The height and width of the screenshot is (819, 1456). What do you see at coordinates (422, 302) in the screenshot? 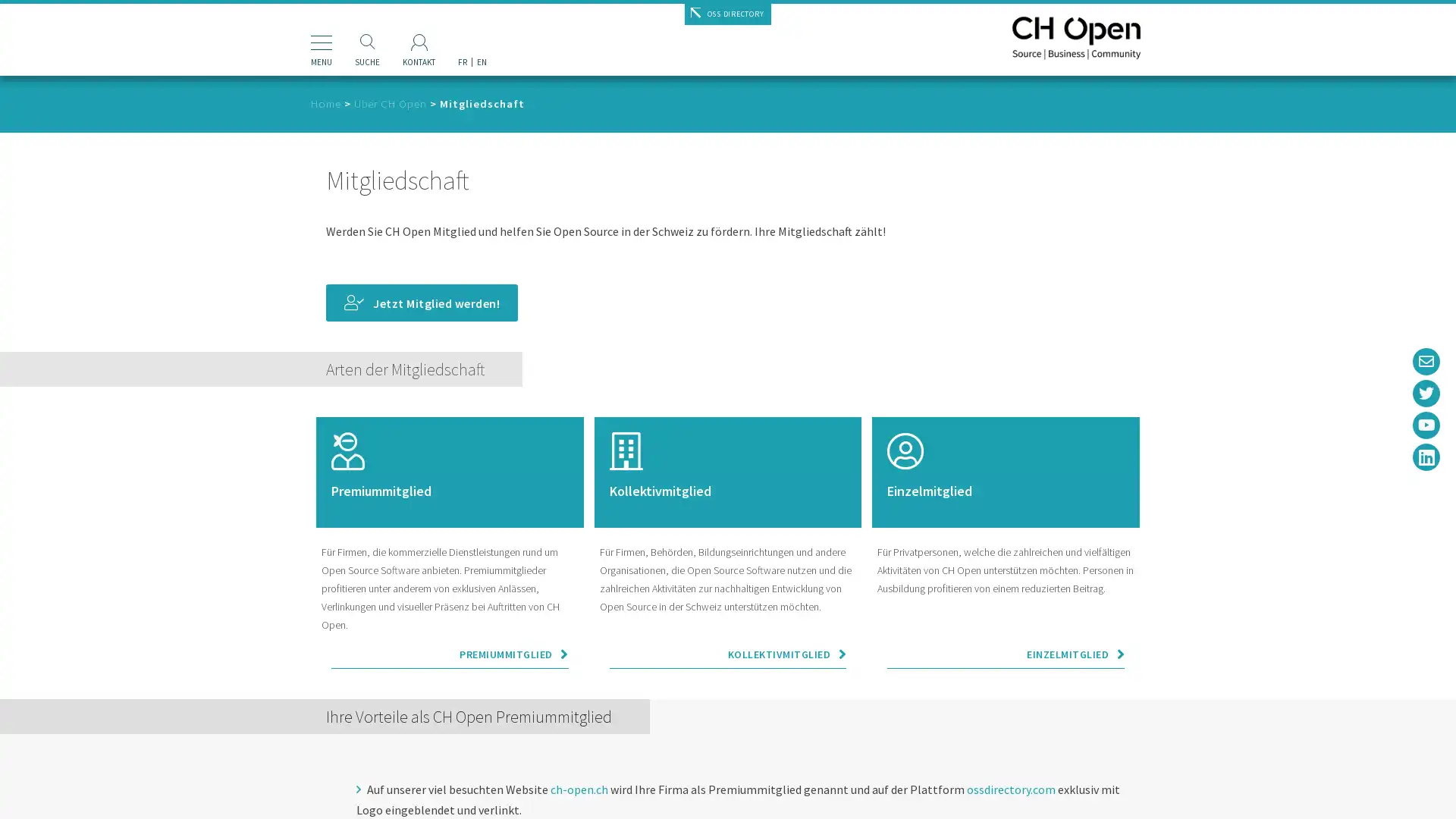
I see `Jetzt Mitglied werden!` at bounding box center [422, 302].